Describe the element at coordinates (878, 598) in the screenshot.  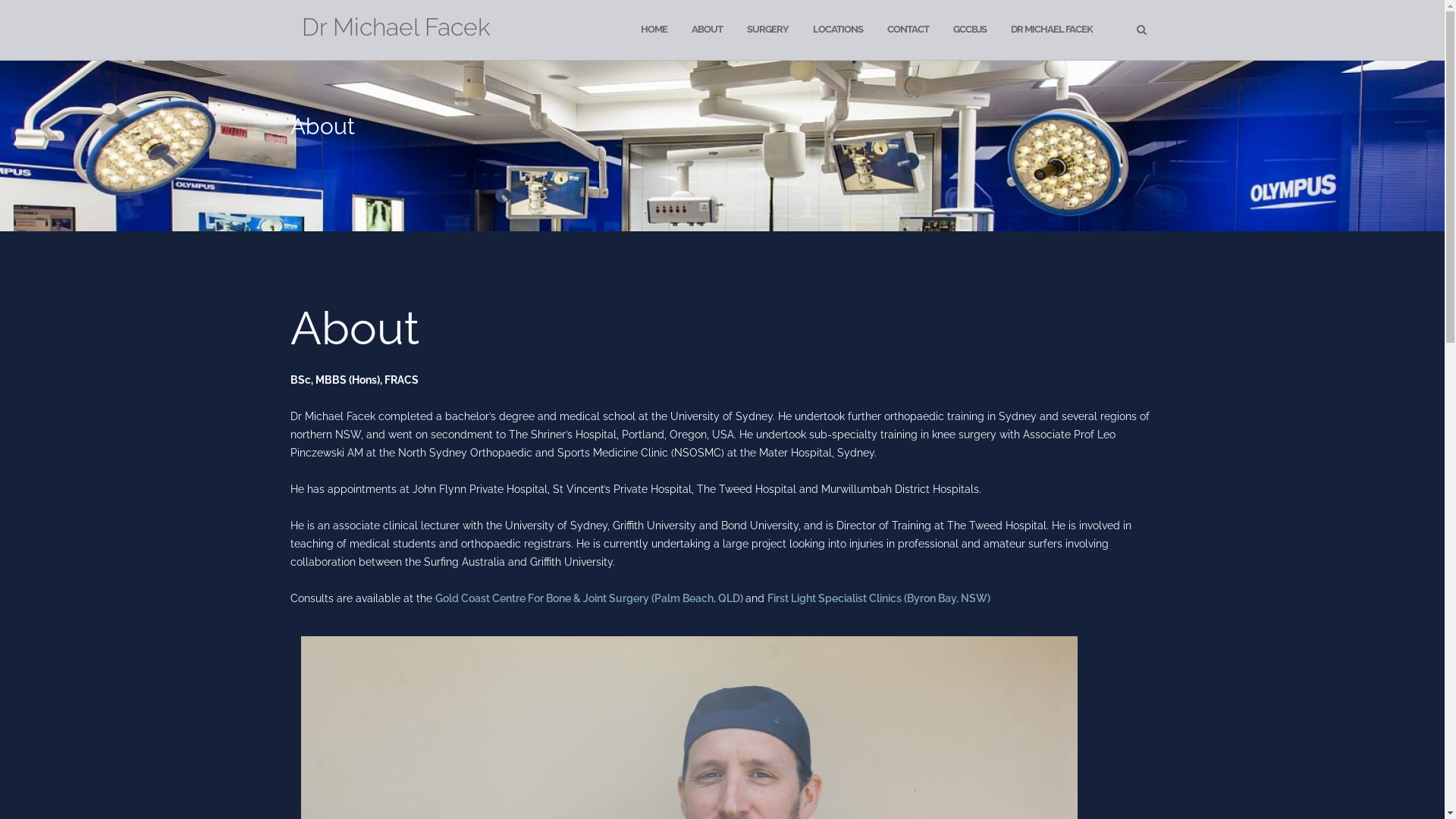
I see `'First Light Specialist Clinics (Byron Bay, NSW)'` at that location.